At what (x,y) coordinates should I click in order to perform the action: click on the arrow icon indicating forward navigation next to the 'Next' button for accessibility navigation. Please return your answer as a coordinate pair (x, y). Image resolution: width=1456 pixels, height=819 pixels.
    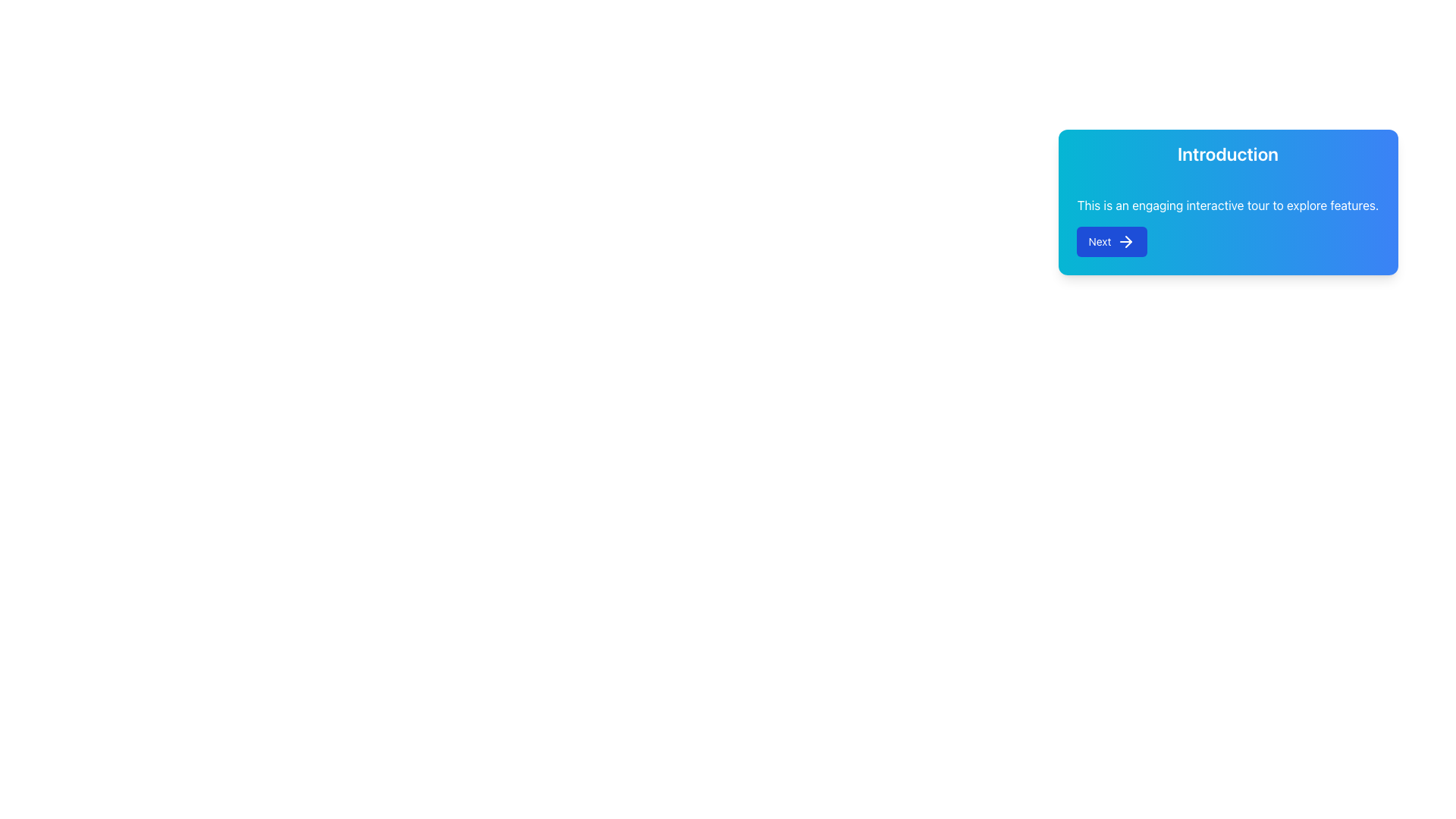
    Looking at the image, I should click on (1126, 241).